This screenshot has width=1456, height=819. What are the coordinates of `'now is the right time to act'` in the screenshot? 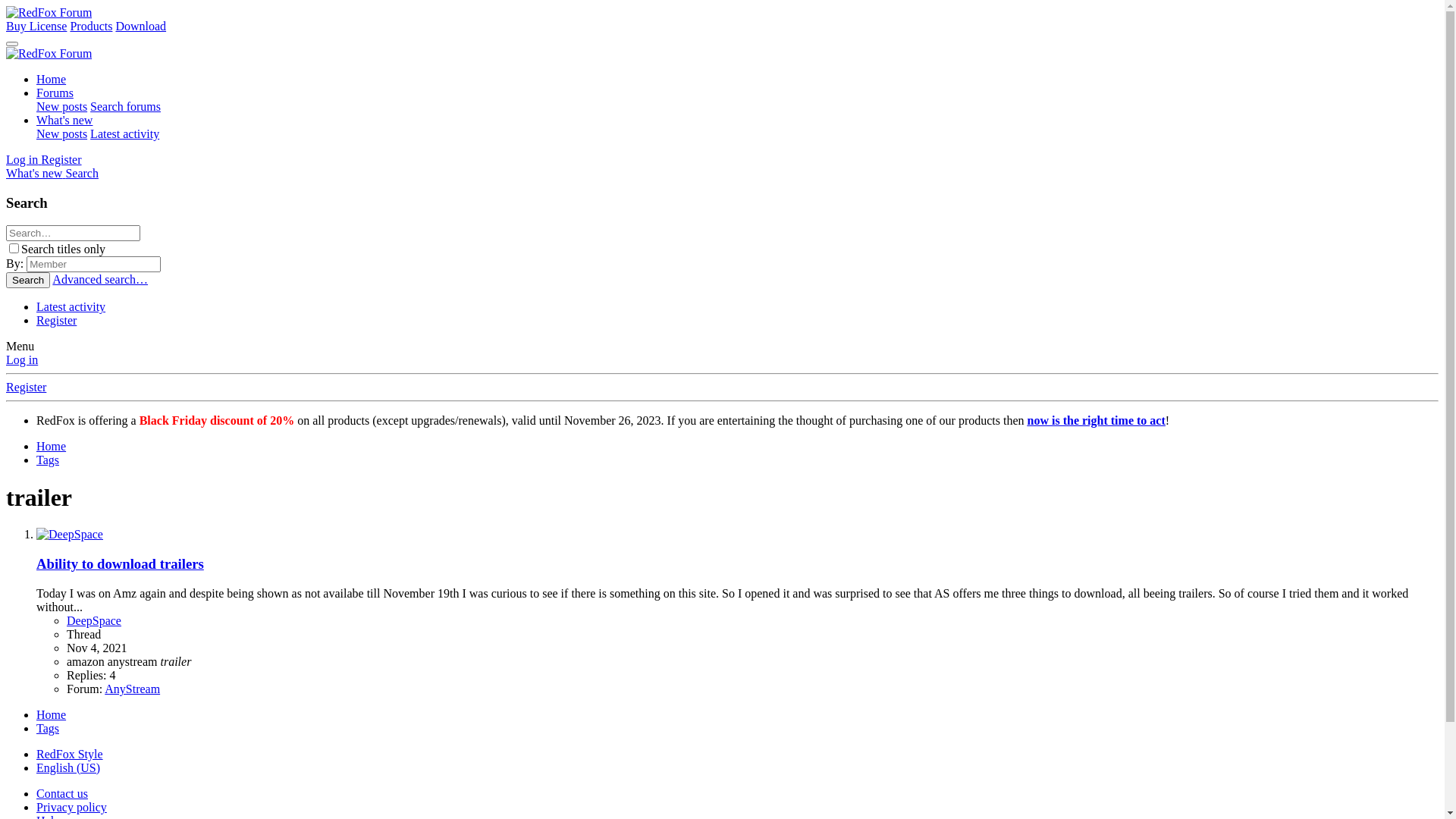 It's located at (1096, 420).